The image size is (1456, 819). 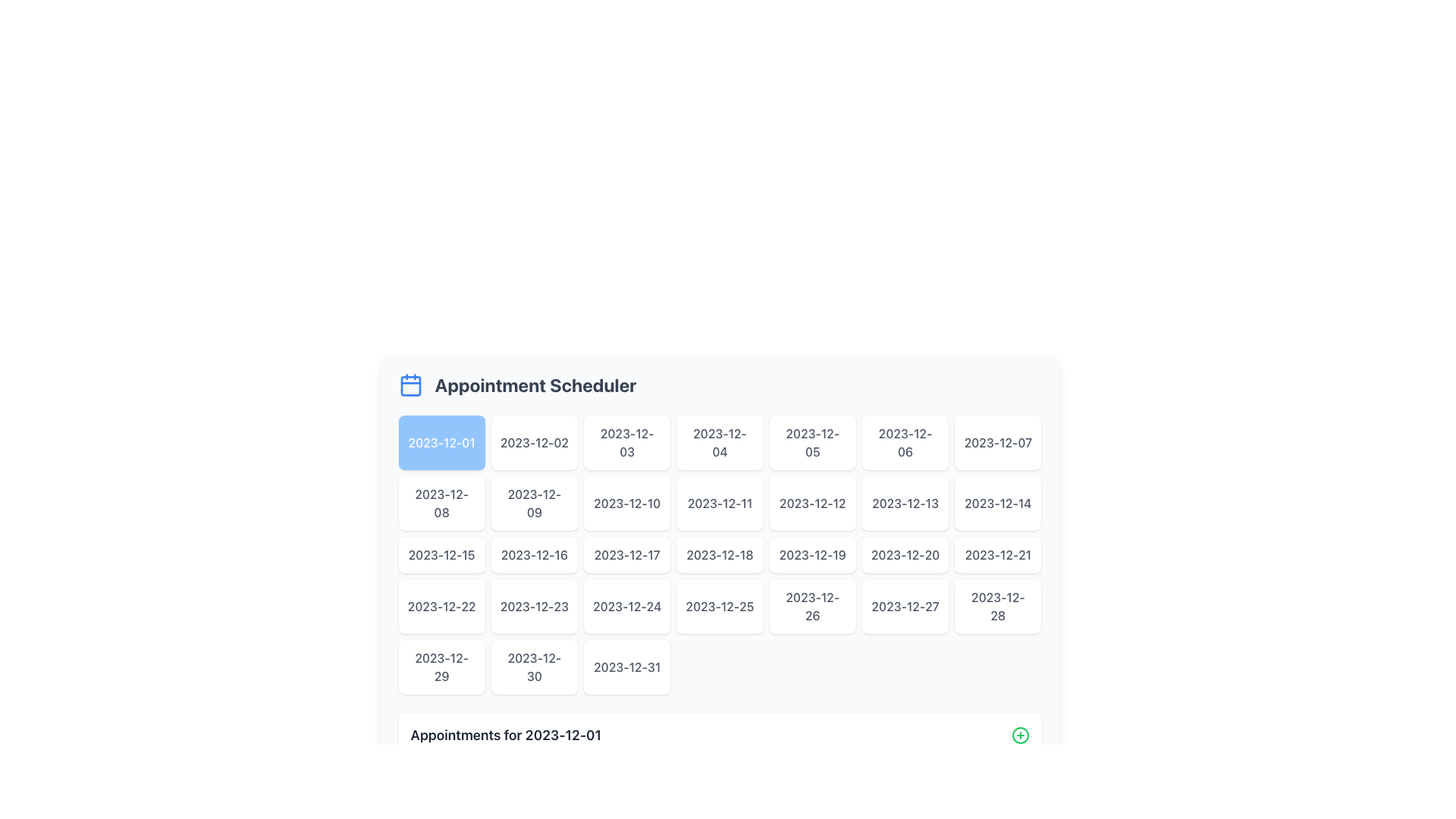 I want to click on the SVG rectangle element that is part of the calendar icon, located to the left of the 'Appointment Scheduler' text, so click(x=410, y=385).